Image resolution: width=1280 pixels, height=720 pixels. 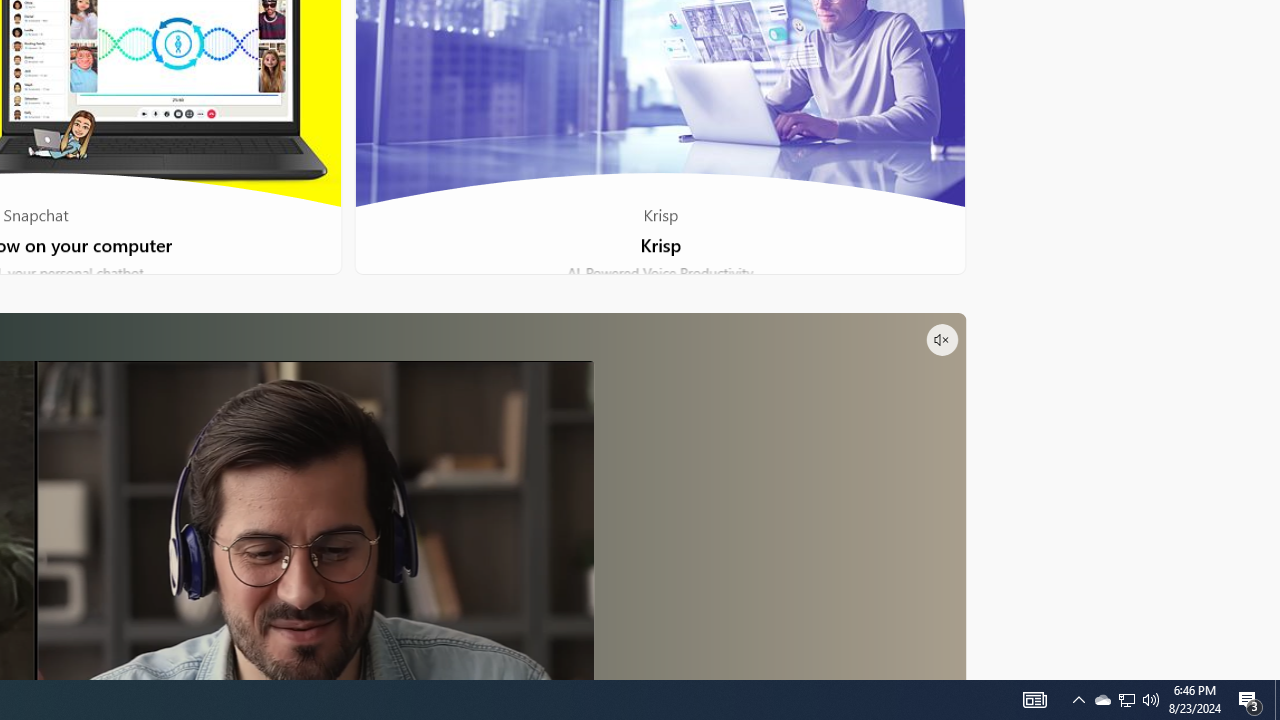 I want to click on 'Unmute', so click(x=940, y=338).